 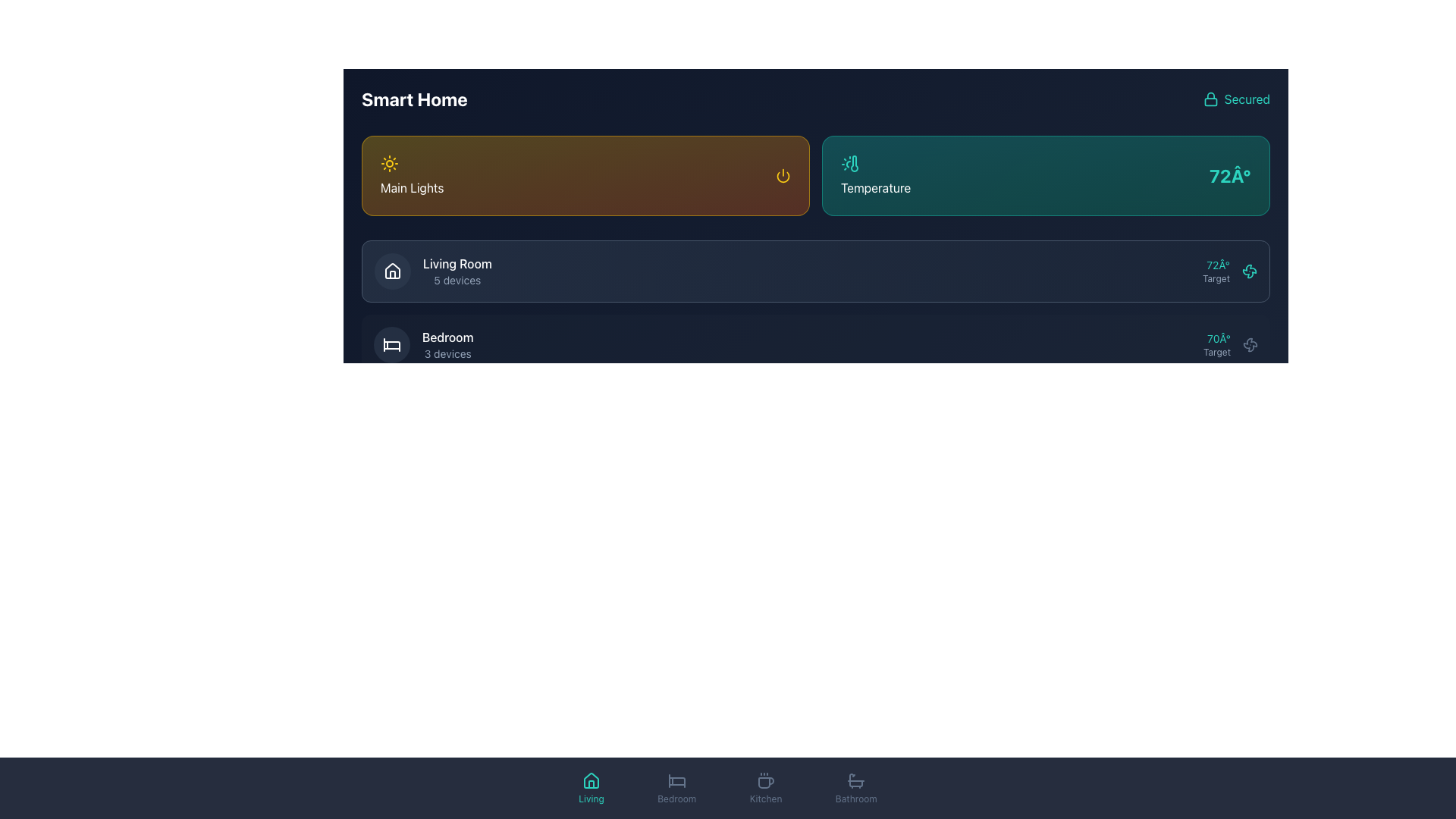 What do you see at coordinates (447, 336) in the screenshot?
I see `the static text label displaying 'Bedroom' which is positioned above the smaller text indicating '3 devices' in the bottom half of the list of rooms` at bounding box center [447, 336].